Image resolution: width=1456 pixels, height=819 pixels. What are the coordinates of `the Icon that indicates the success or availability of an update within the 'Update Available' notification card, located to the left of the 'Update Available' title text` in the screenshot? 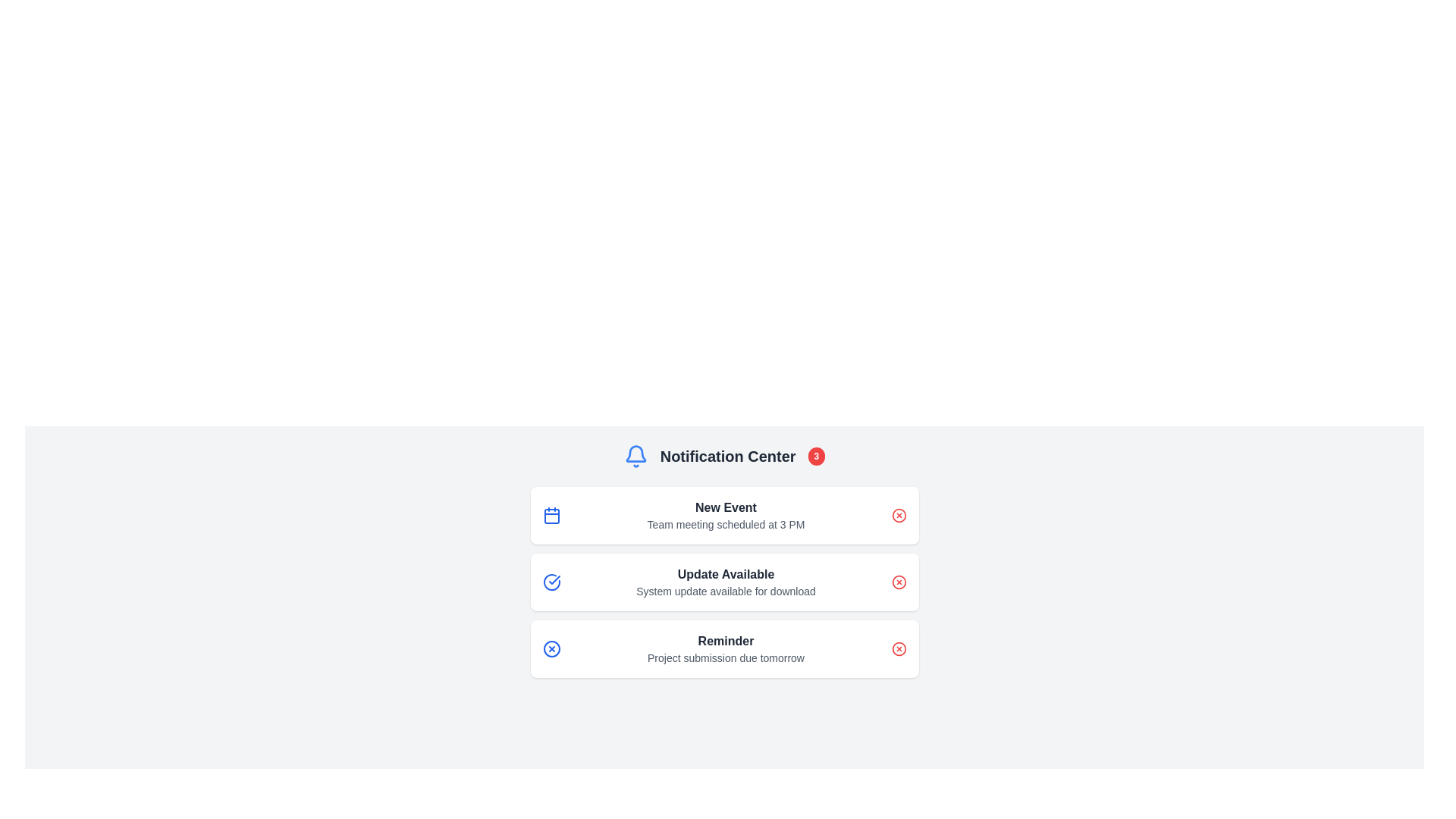 It's located at (551, 581).